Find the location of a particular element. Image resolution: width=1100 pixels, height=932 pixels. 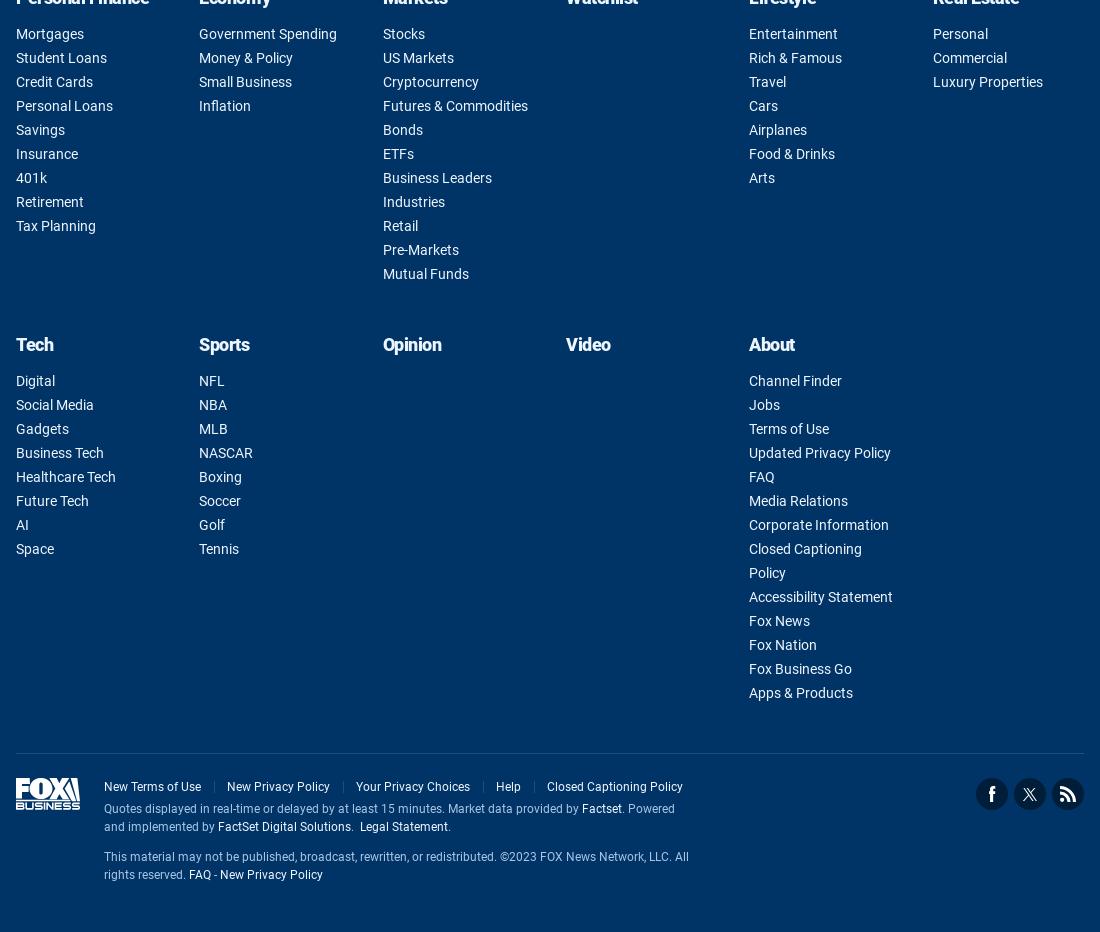

'About' is located at coordinates (771, 343).